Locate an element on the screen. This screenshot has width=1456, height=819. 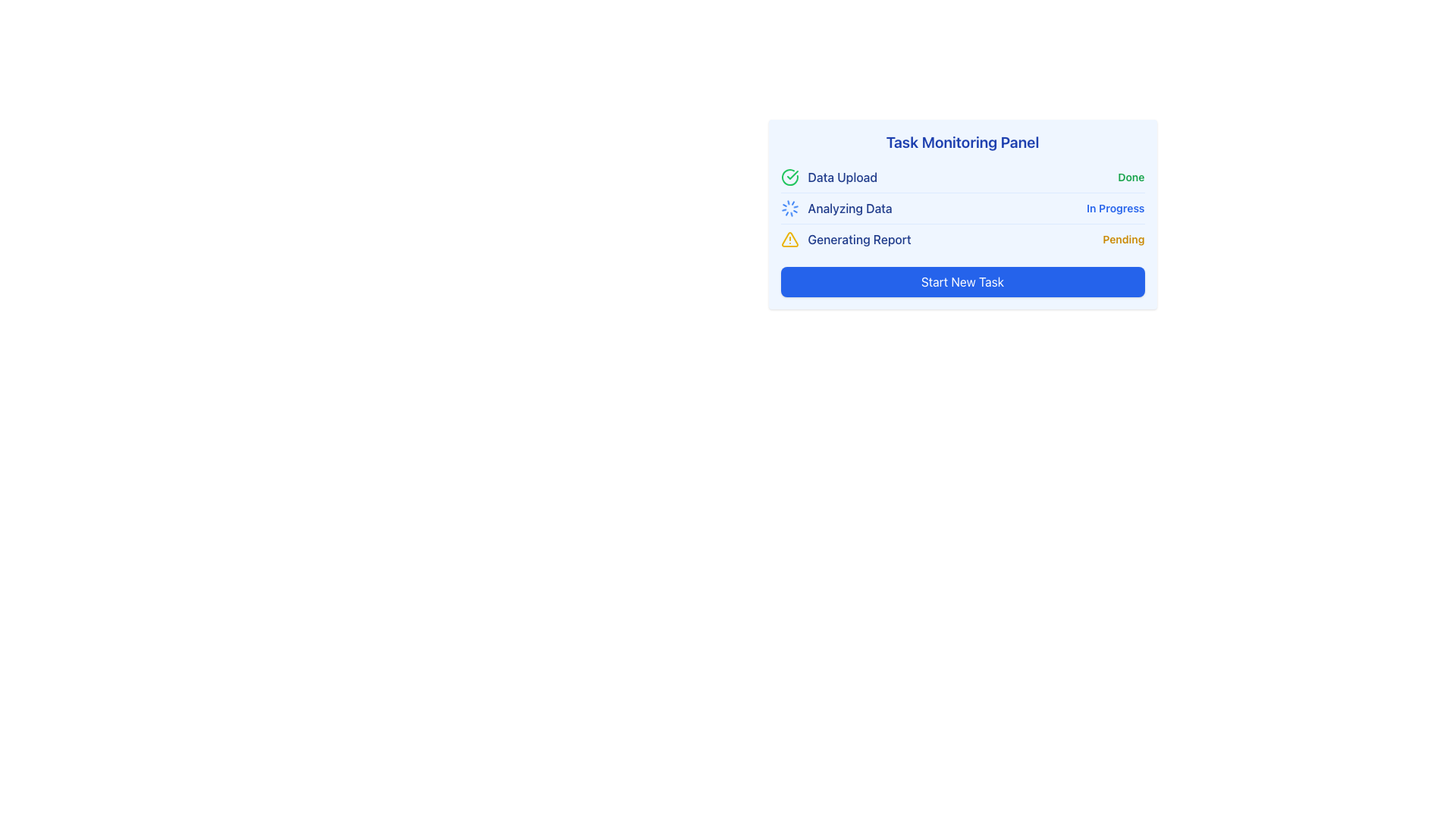
the text label displaying 'Analyzing Data' within the 'Task Monitoring Panel', which is styled with a blue font and medium weight, located in the second row of the progress indicator list is located at coordinates (850, 208).